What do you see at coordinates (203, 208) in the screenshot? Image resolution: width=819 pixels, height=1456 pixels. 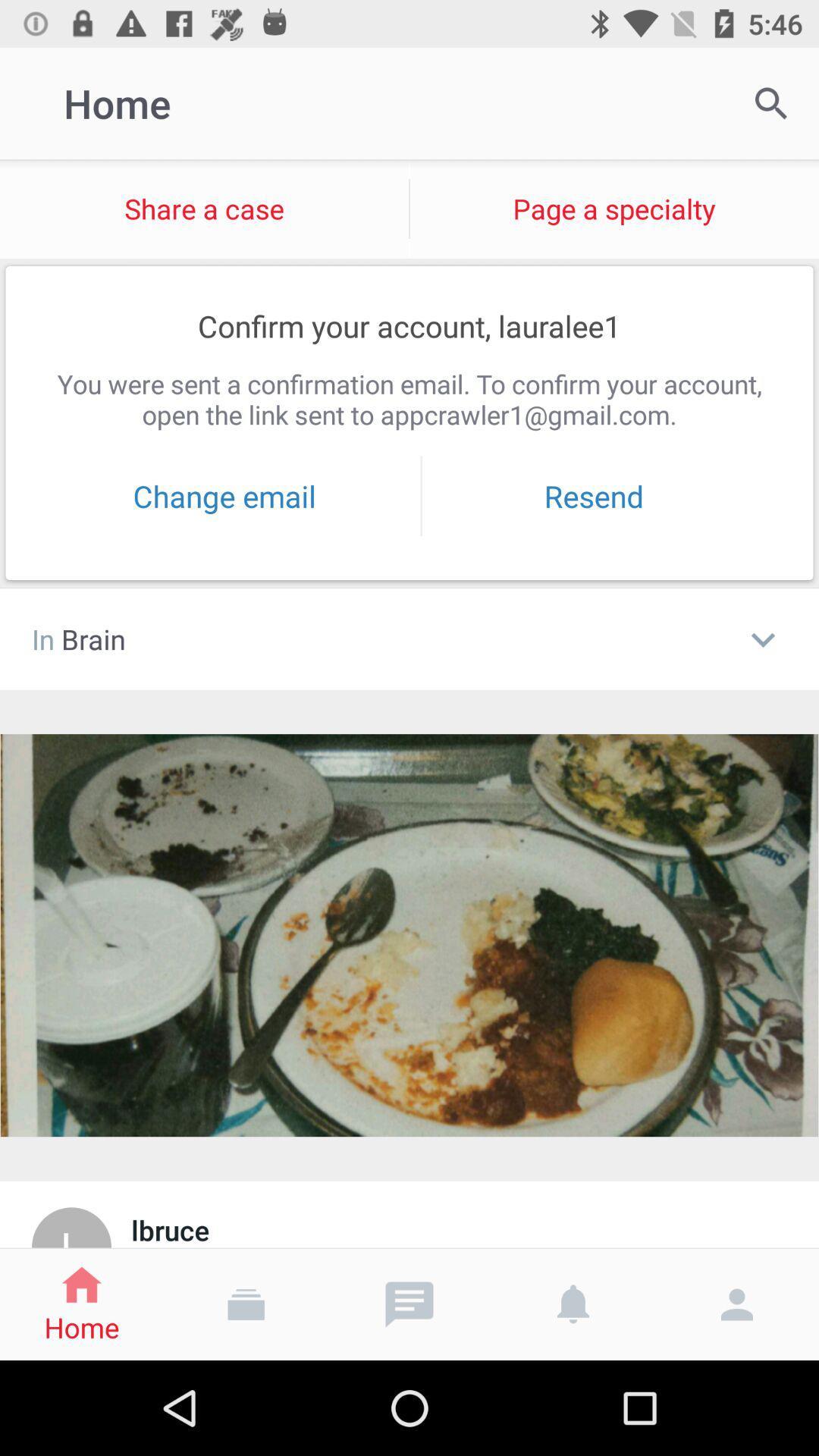 I see `item below home item` at bounding box center [203, 208].